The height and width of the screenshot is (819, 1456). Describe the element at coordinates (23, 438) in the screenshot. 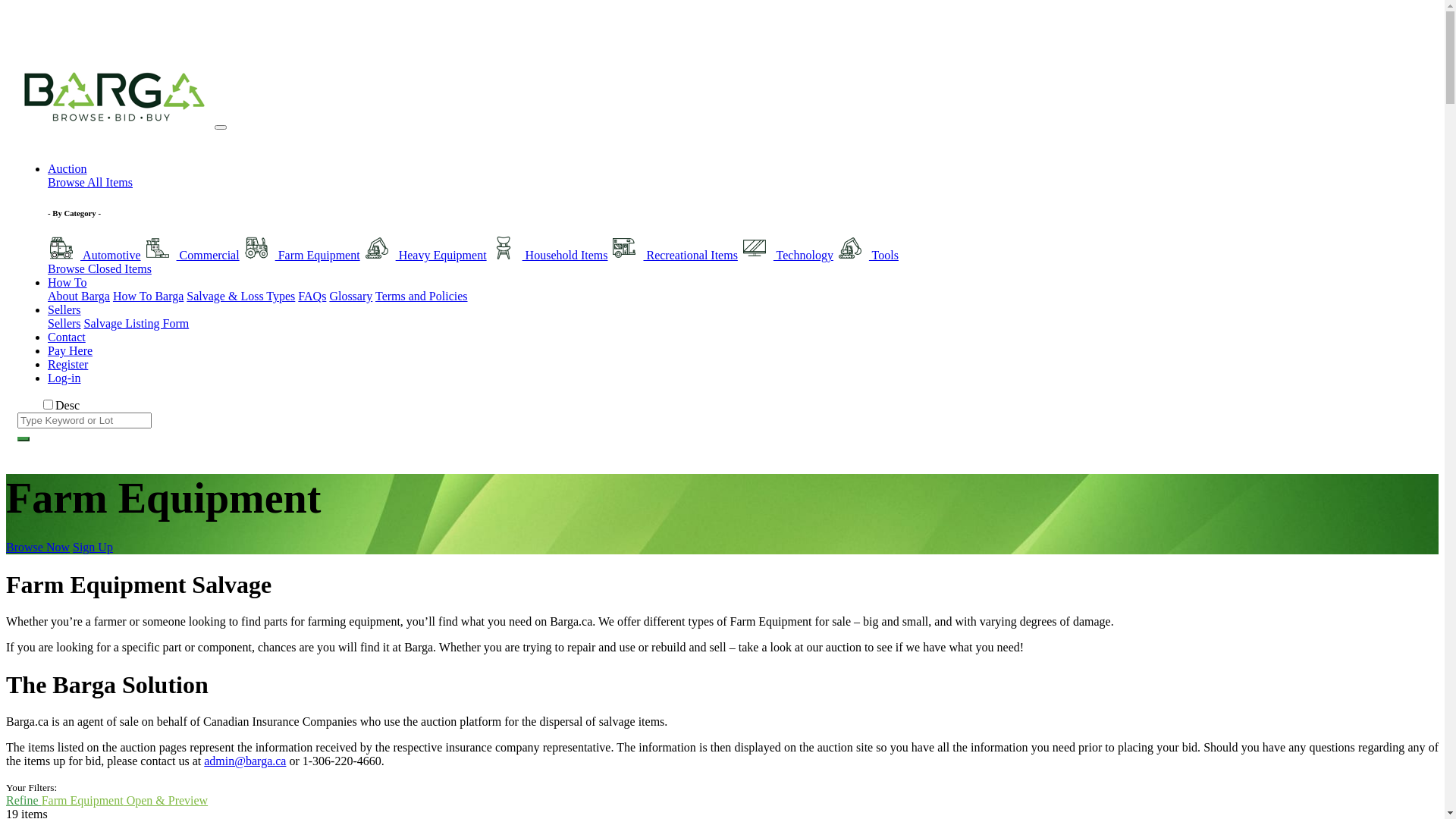

I see `'Keyword Search'` at that location.